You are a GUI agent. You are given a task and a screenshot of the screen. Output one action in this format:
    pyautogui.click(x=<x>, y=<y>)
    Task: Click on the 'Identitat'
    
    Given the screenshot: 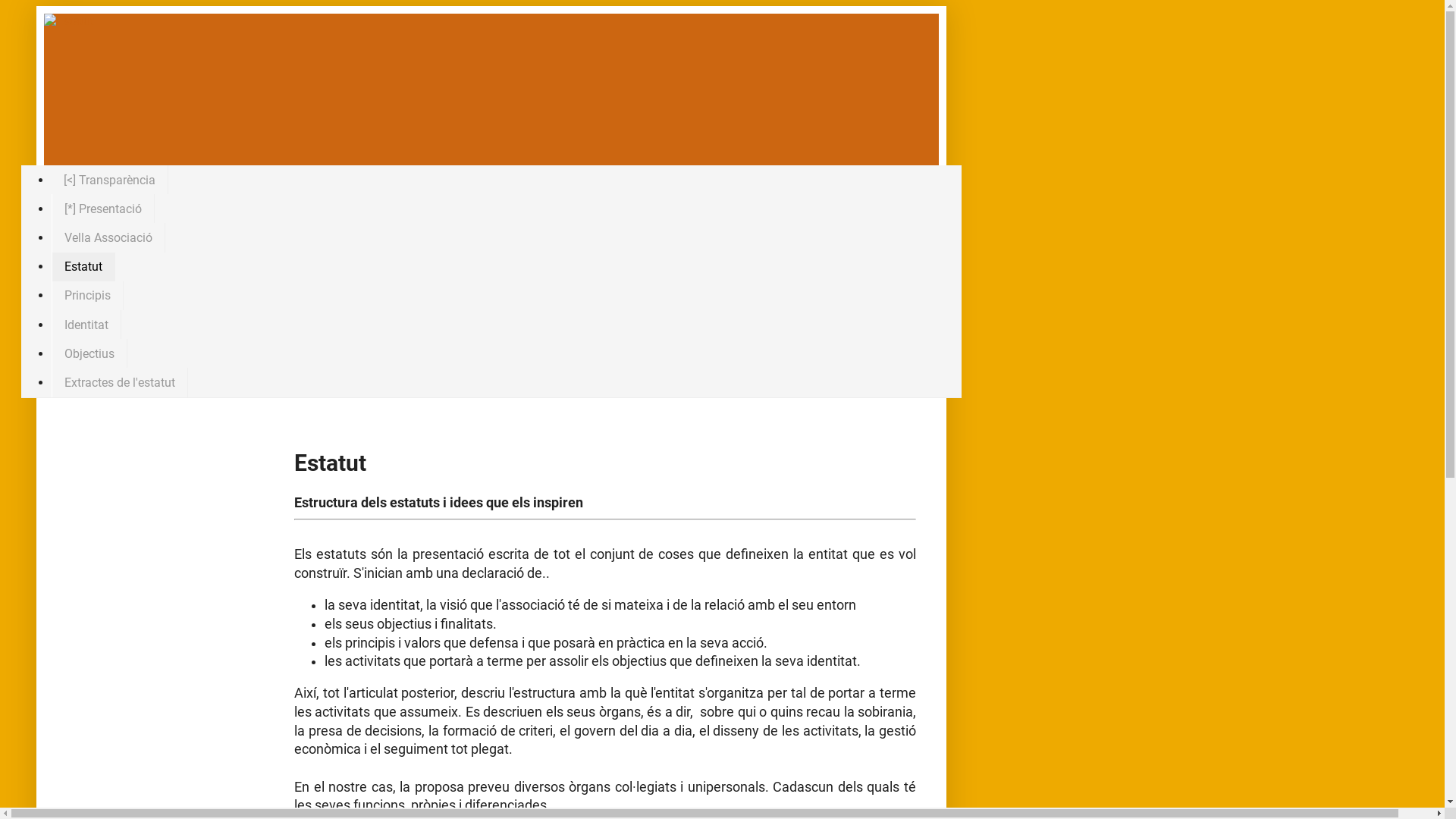 What is the action you would take?
    pyautogui.click(x=86, y=324)
    